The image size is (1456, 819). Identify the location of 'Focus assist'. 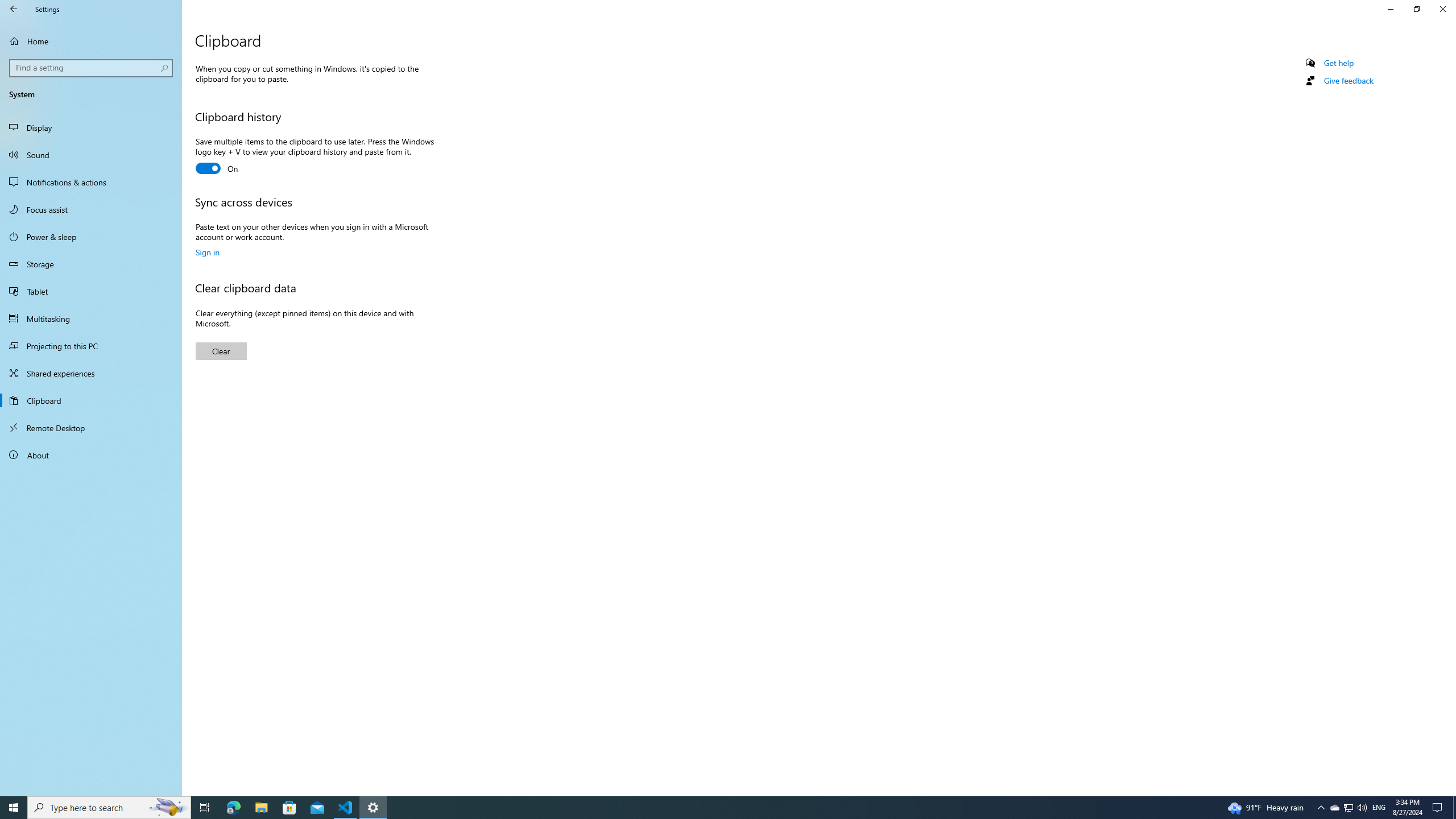
(90, 209).